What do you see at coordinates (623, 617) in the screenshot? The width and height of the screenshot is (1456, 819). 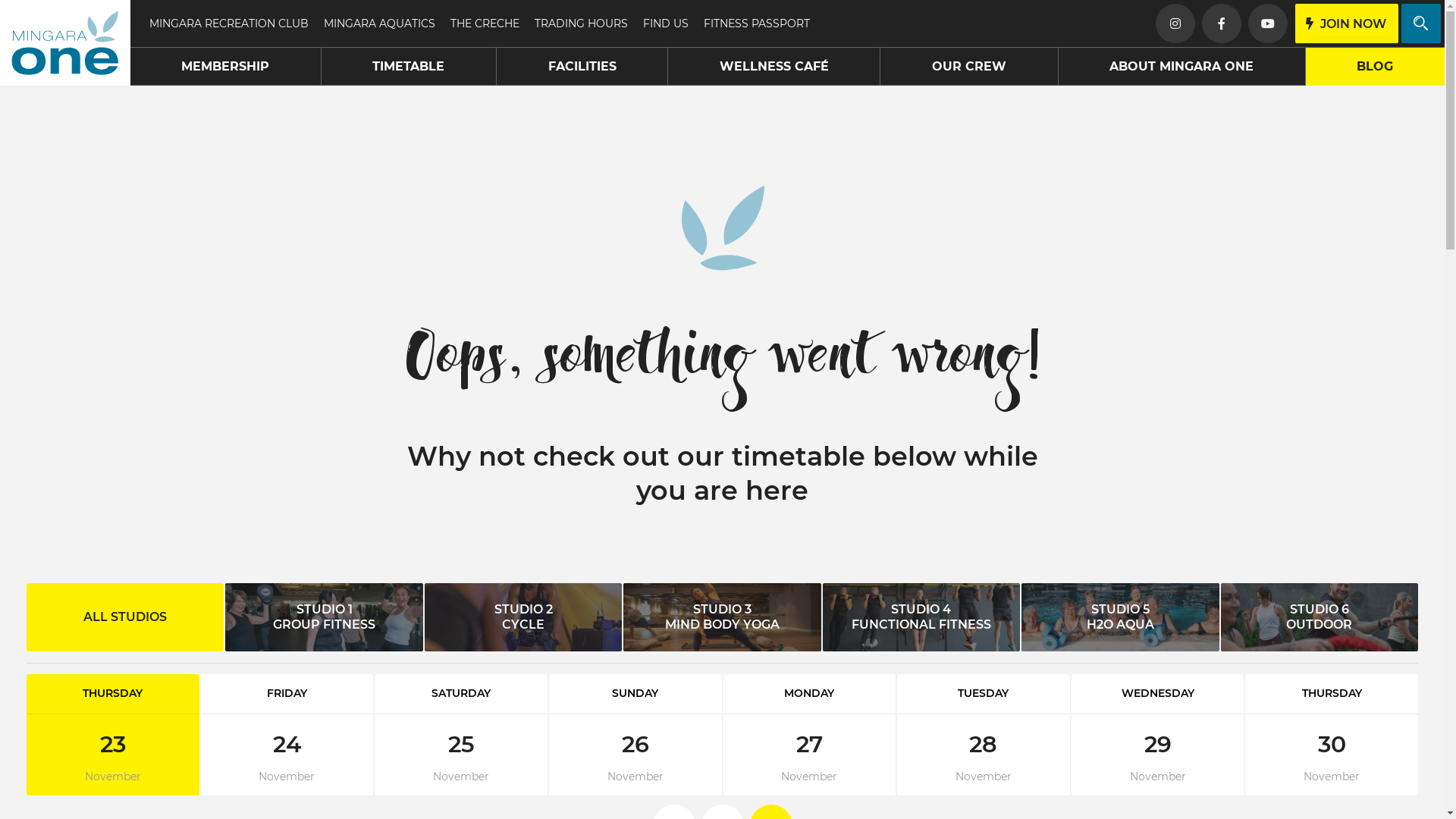 I see `'STUDIO 3` at bounding box center [623, 617].